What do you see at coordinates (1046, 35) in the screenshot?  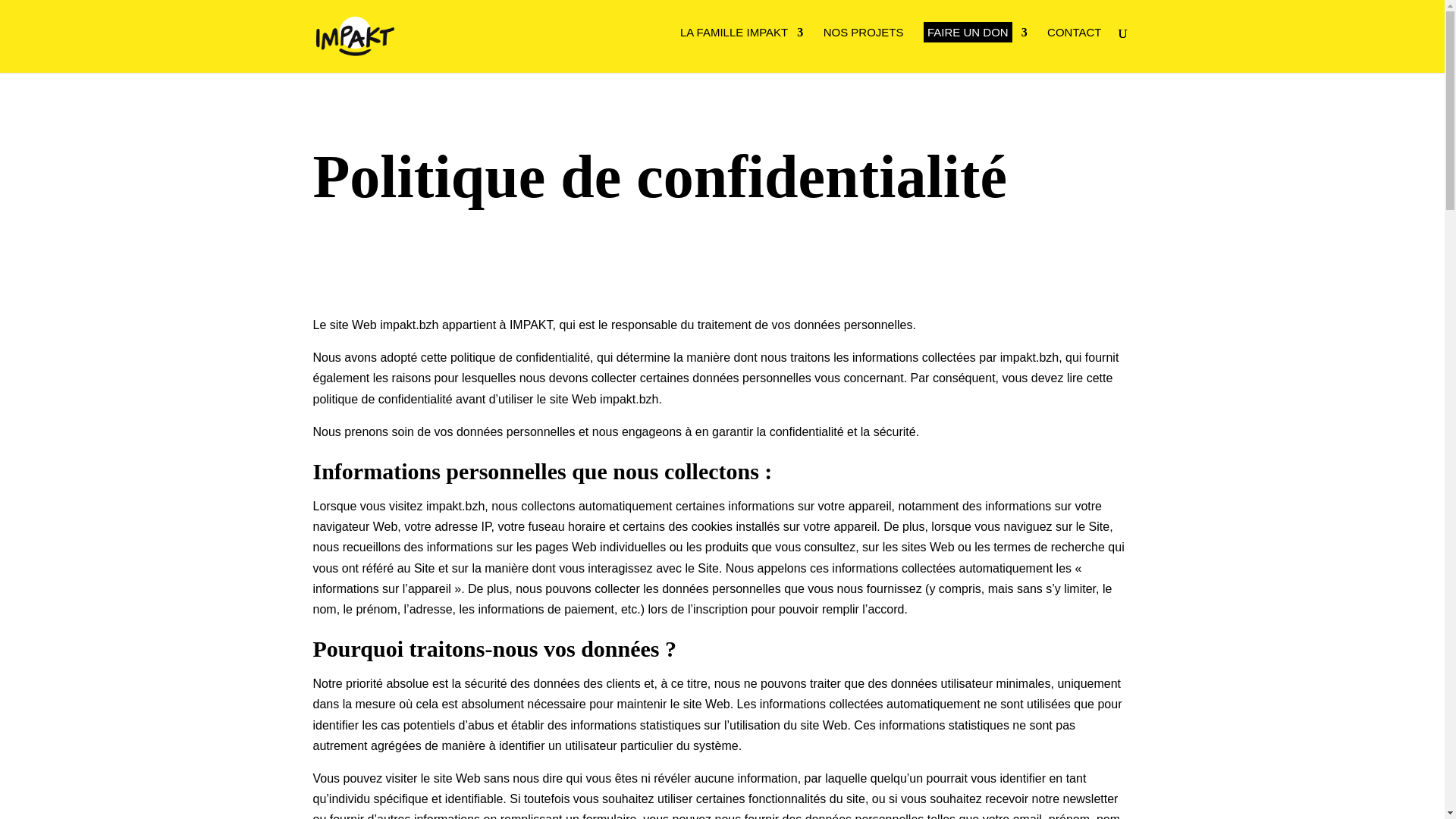 I see `'CONTACT'` at bounding box center [1046, 35].